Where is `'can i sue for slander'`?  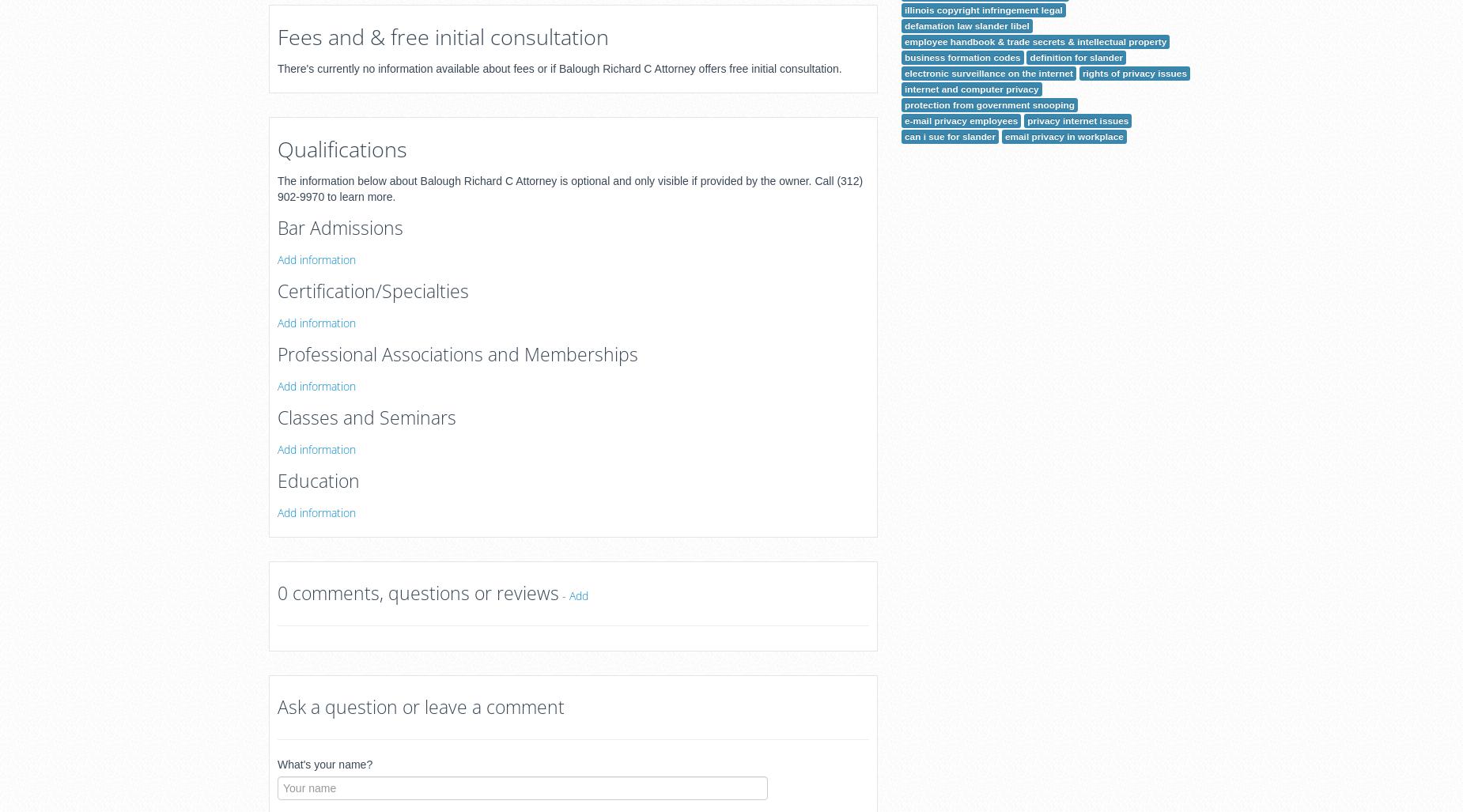 'can i sue for slander' is located at coordinates (949, 136).